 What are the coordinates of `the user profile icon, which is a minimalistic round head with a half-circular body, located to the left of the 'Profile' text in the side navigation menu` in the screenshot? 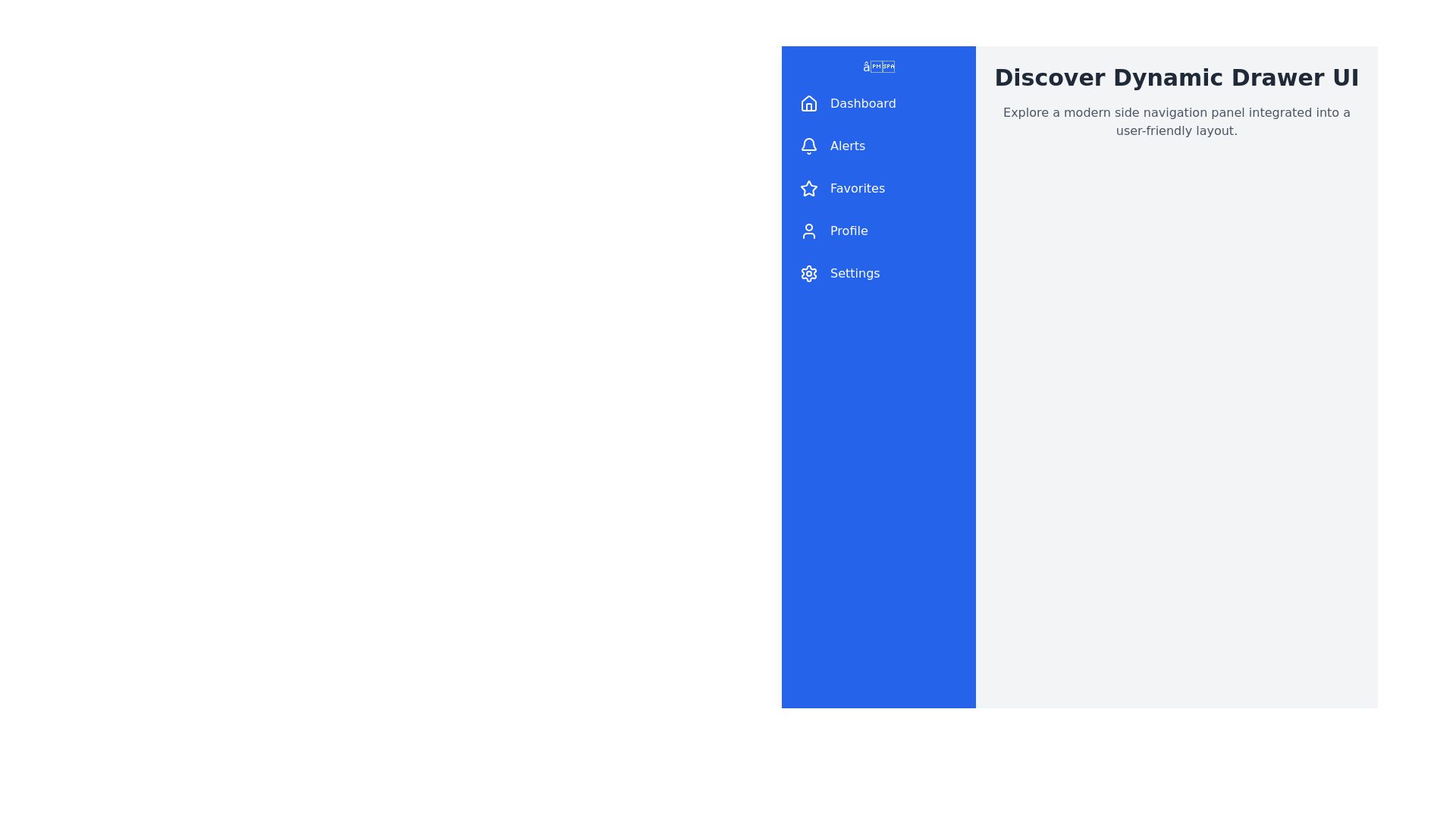 It's located at (808, 231).